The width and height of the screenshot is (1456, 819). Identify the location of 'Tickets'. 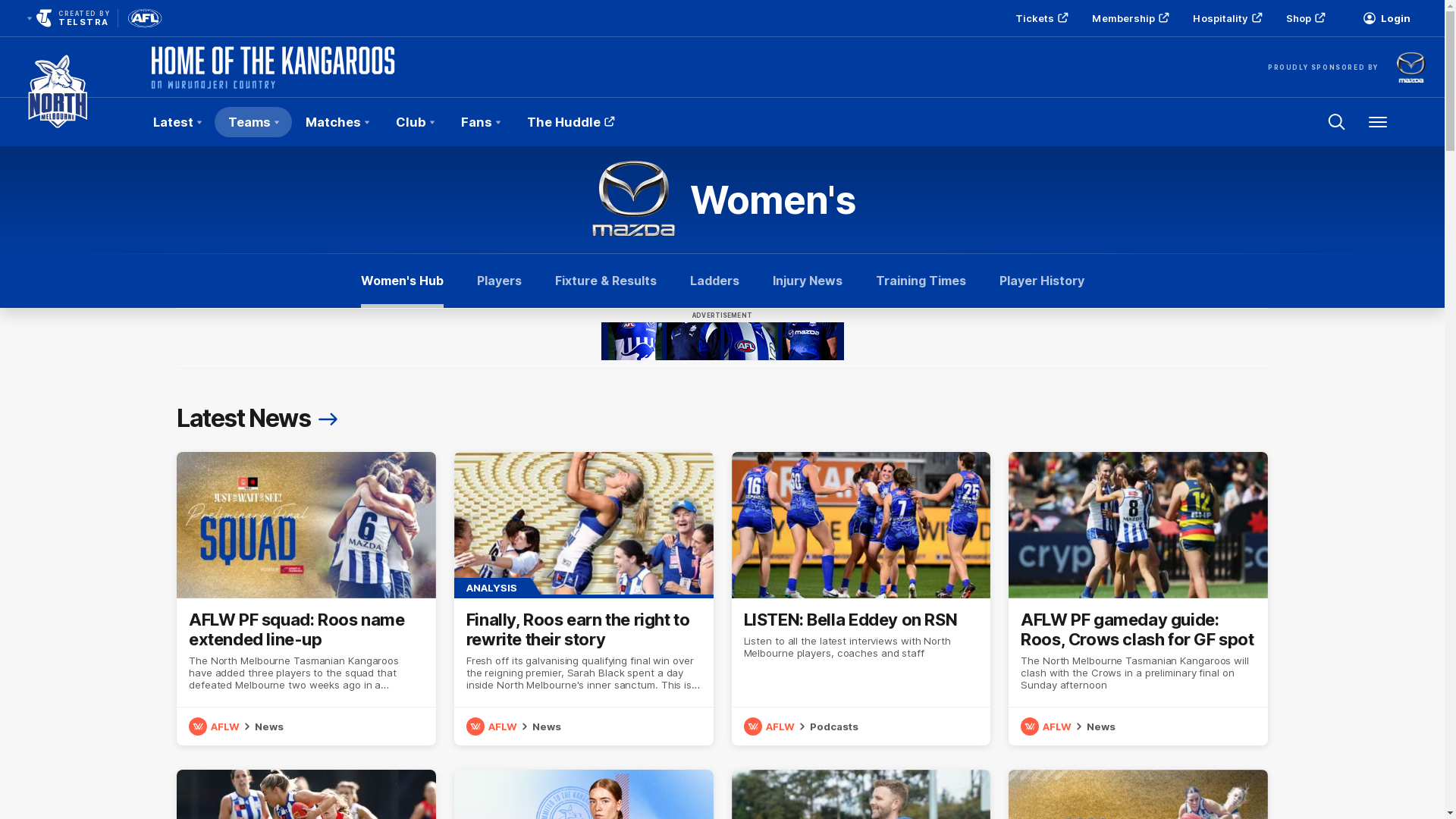
(1040, 17).